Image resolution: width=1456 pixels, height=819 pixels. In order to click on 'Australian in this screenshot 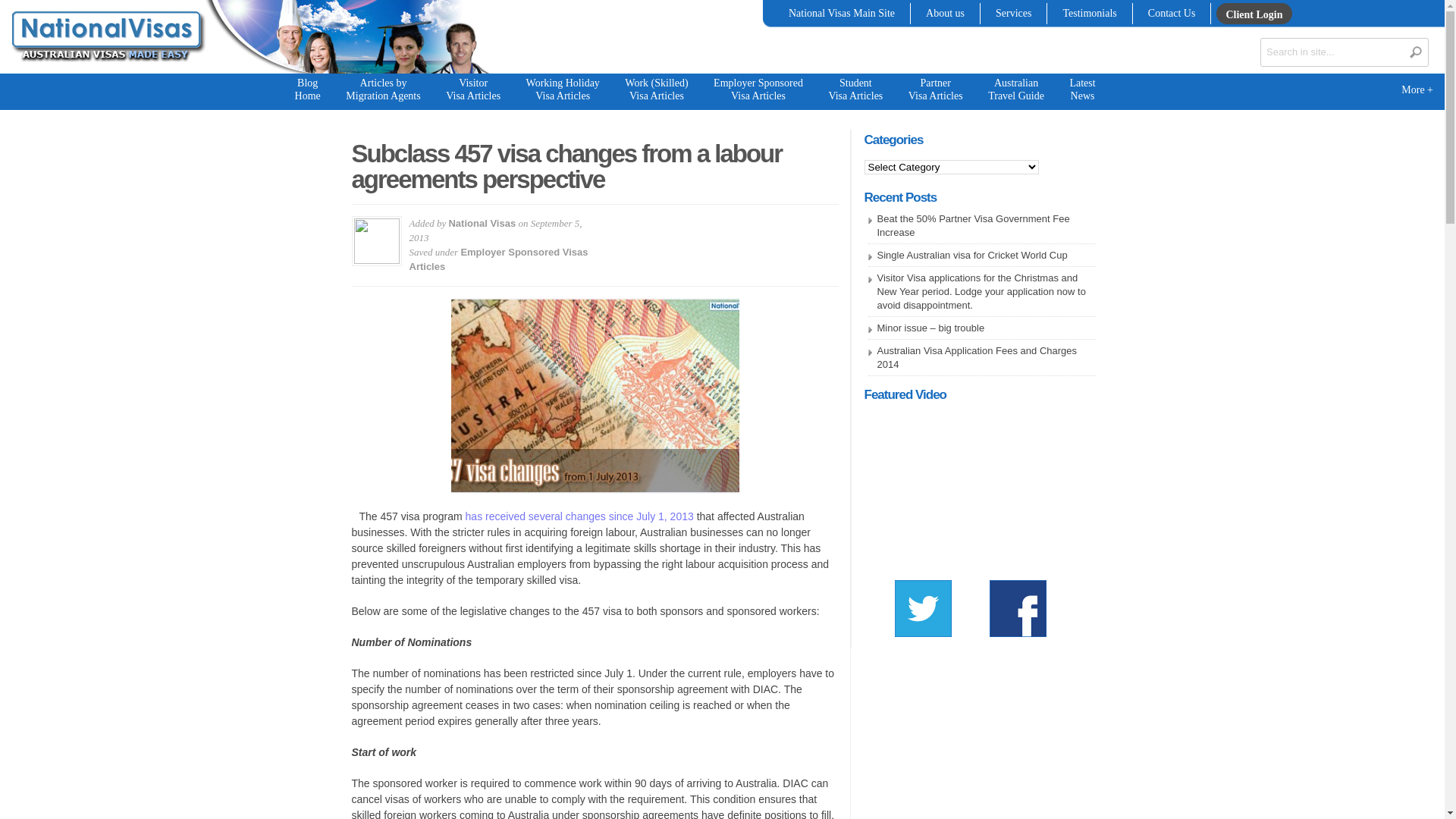, I will do `click(1015, 90)`.